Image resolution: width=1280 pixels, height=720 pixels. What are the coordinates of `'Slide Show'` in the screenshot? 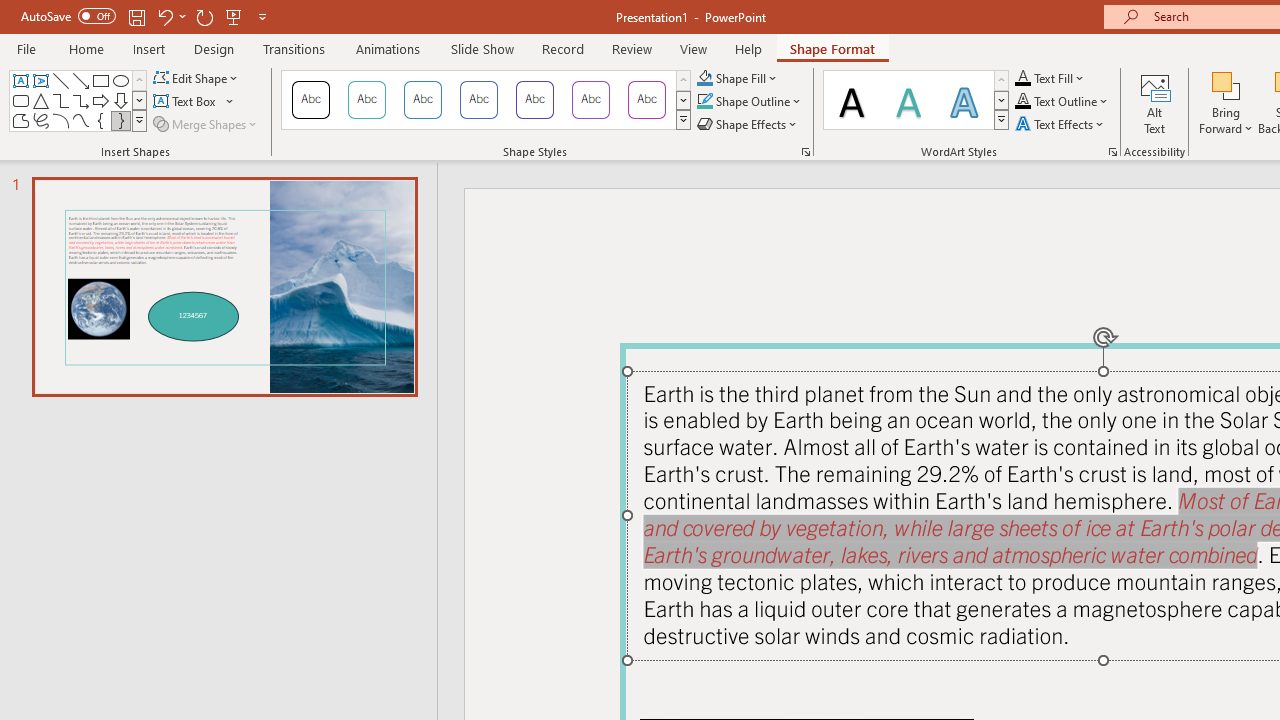 It's located at (481, 48).